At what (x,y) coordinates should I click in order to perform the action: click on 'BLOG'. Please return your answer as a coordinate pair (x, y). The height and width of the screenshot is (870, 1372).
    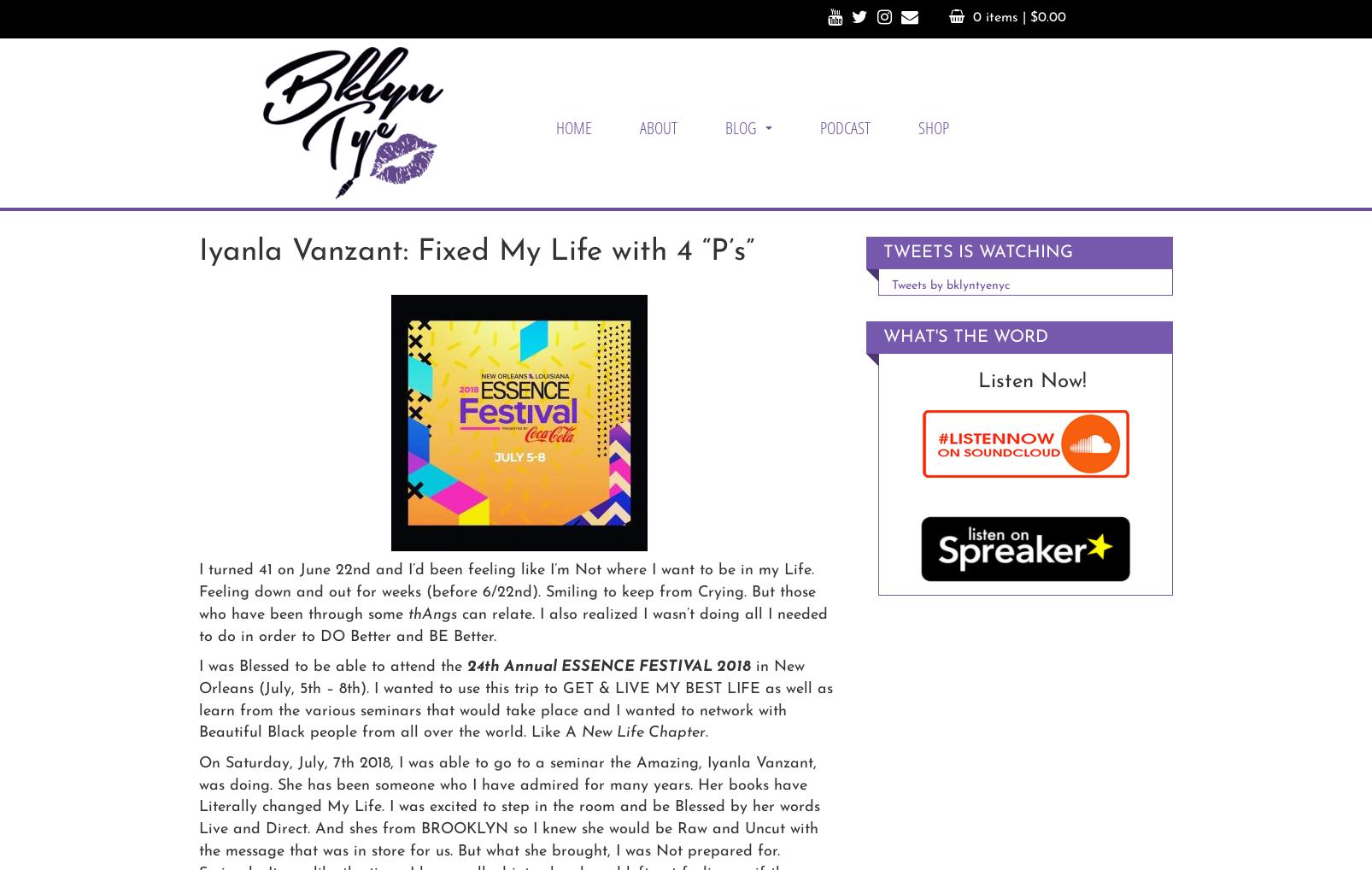
    Looking at the image, I should click on (724, 126).